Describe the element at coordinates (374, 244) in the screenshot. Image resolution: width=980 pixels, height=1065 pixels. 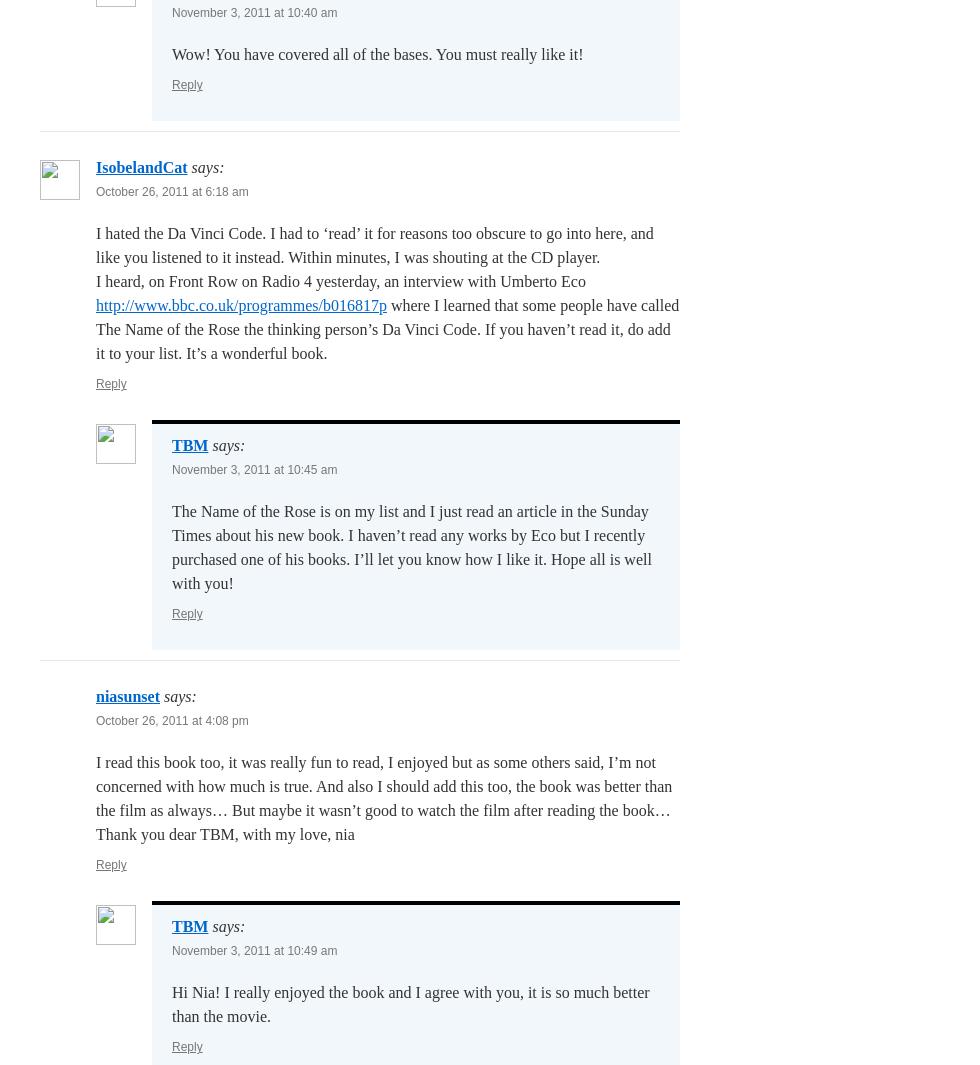
I see `'I hated the Da Vinci Code. I had to ‘read’ it for reasons too obscure to go into here, and like you listened to it instead. Within minutes, I was shouting at the CD player.'` at that location.